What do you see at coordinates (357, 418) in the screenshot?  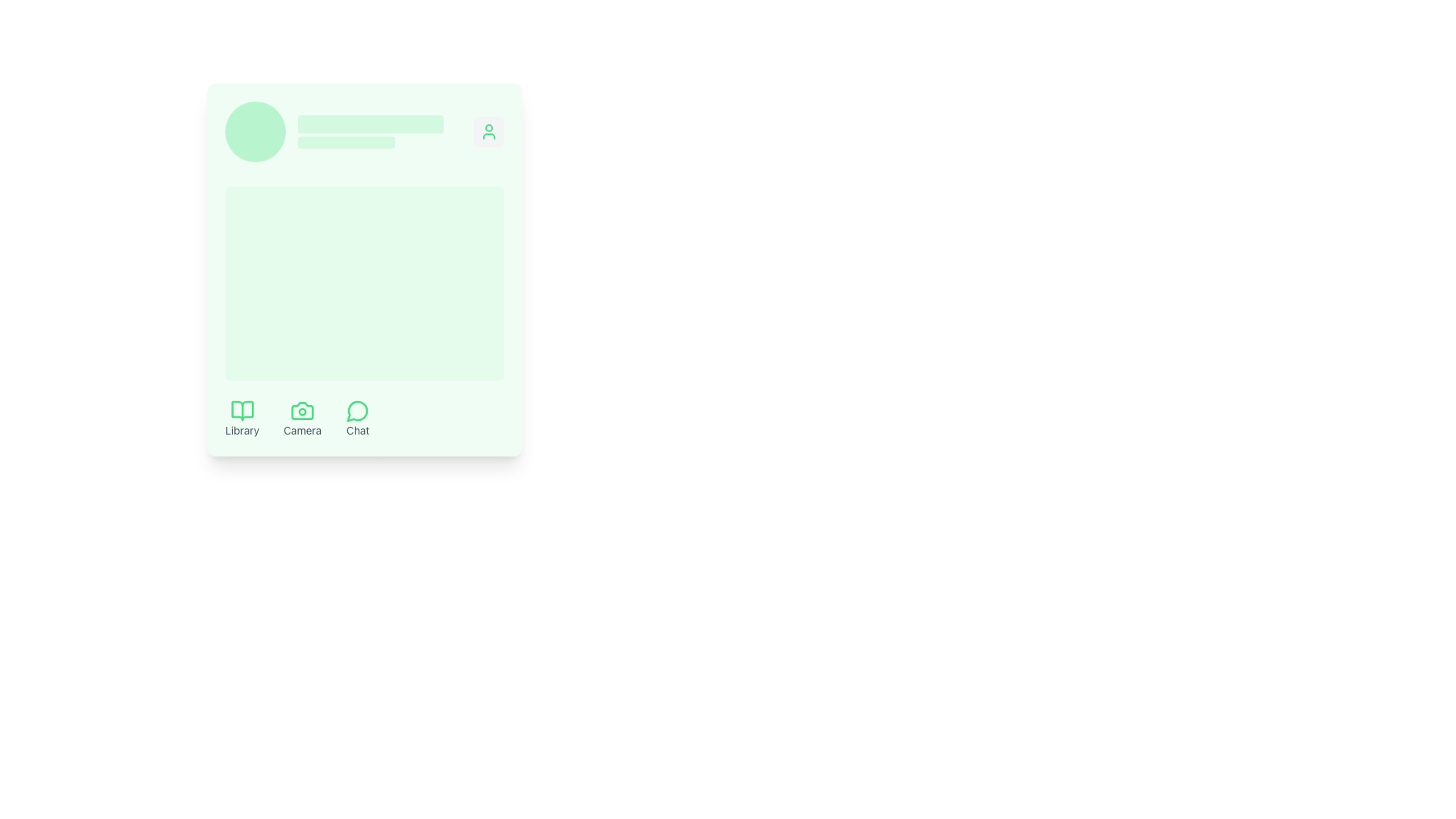 I see `the green circular speech bubble button labeled 'Chat'` at bounding box center [357, 418].